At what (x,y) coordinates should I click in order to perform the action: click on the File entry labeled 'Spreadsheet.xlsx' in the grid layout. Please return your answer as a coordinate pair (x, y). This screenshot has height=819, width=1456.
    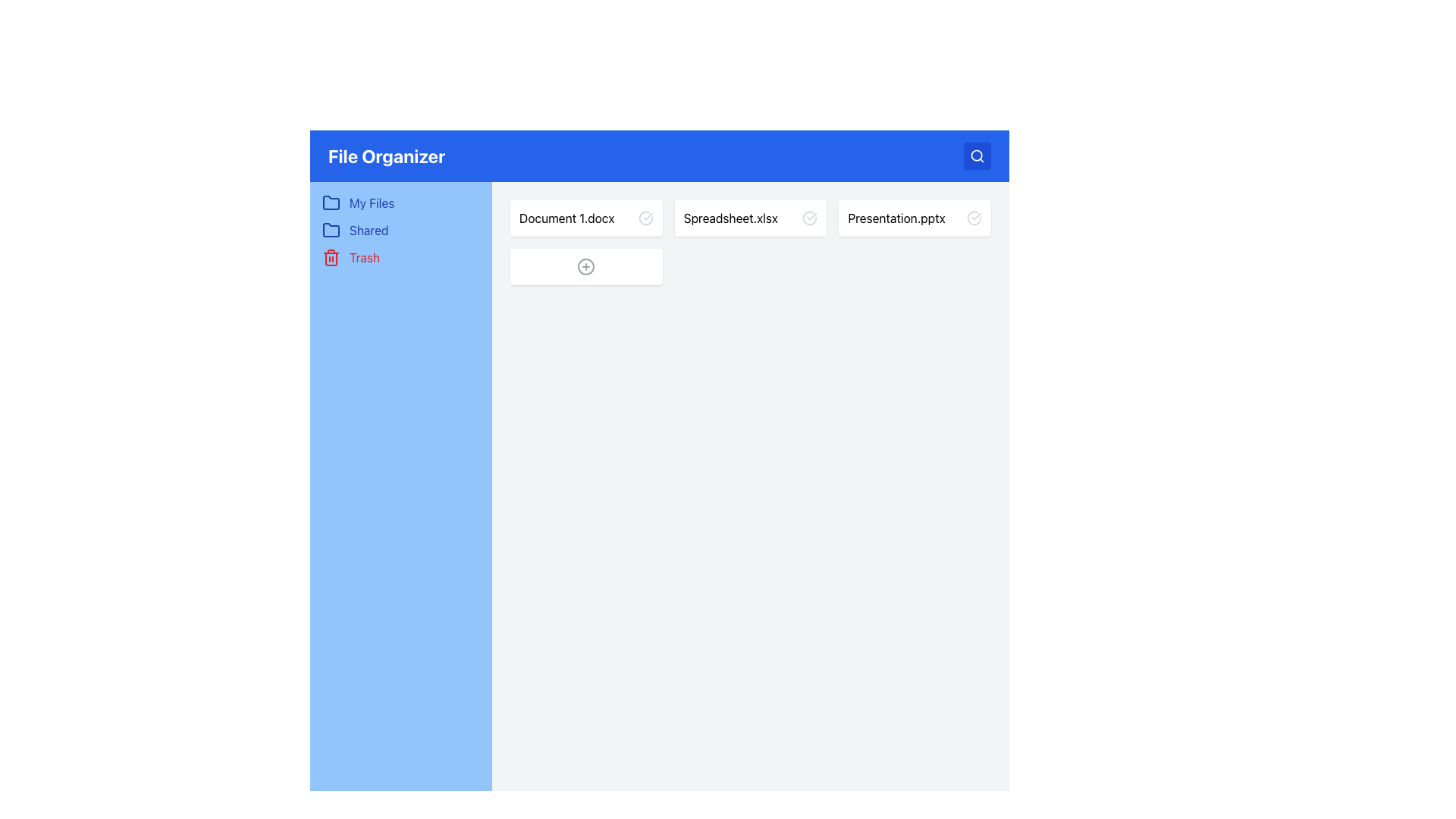
    Looking at the image, I should click on (750, 242).